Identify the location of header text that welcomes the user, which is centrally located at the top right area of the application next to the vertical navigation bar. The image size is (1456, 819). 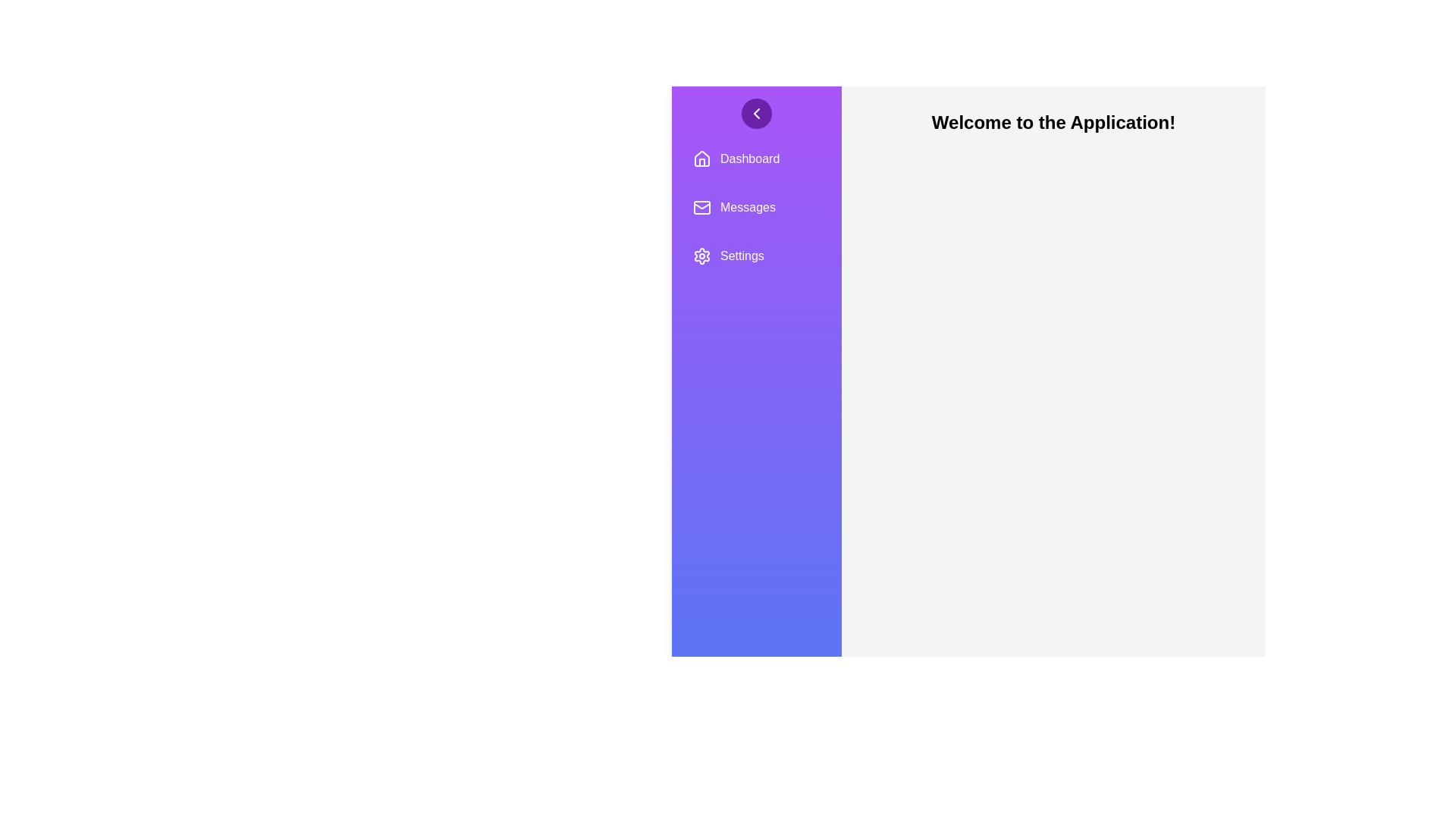
(1053, 122).